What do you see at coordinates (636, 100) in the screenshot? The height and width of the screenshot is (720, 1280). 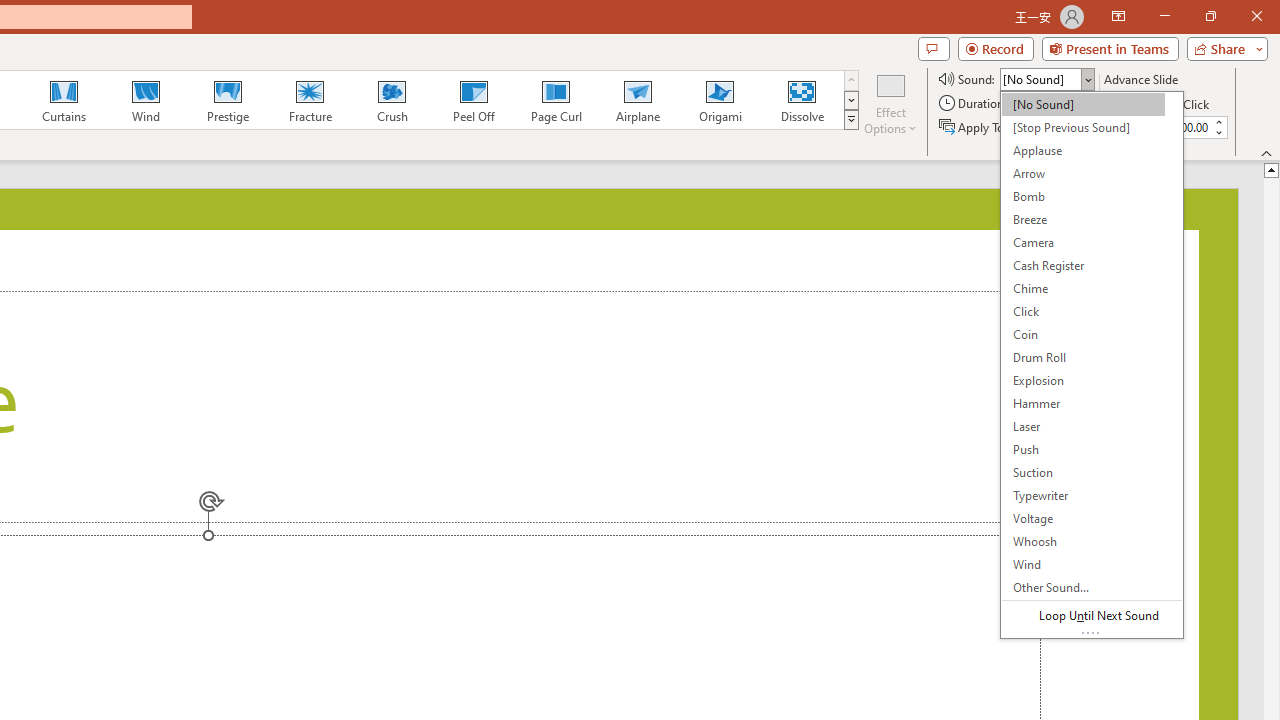 I see `'Airplane'` at bounding box center [636, 100].